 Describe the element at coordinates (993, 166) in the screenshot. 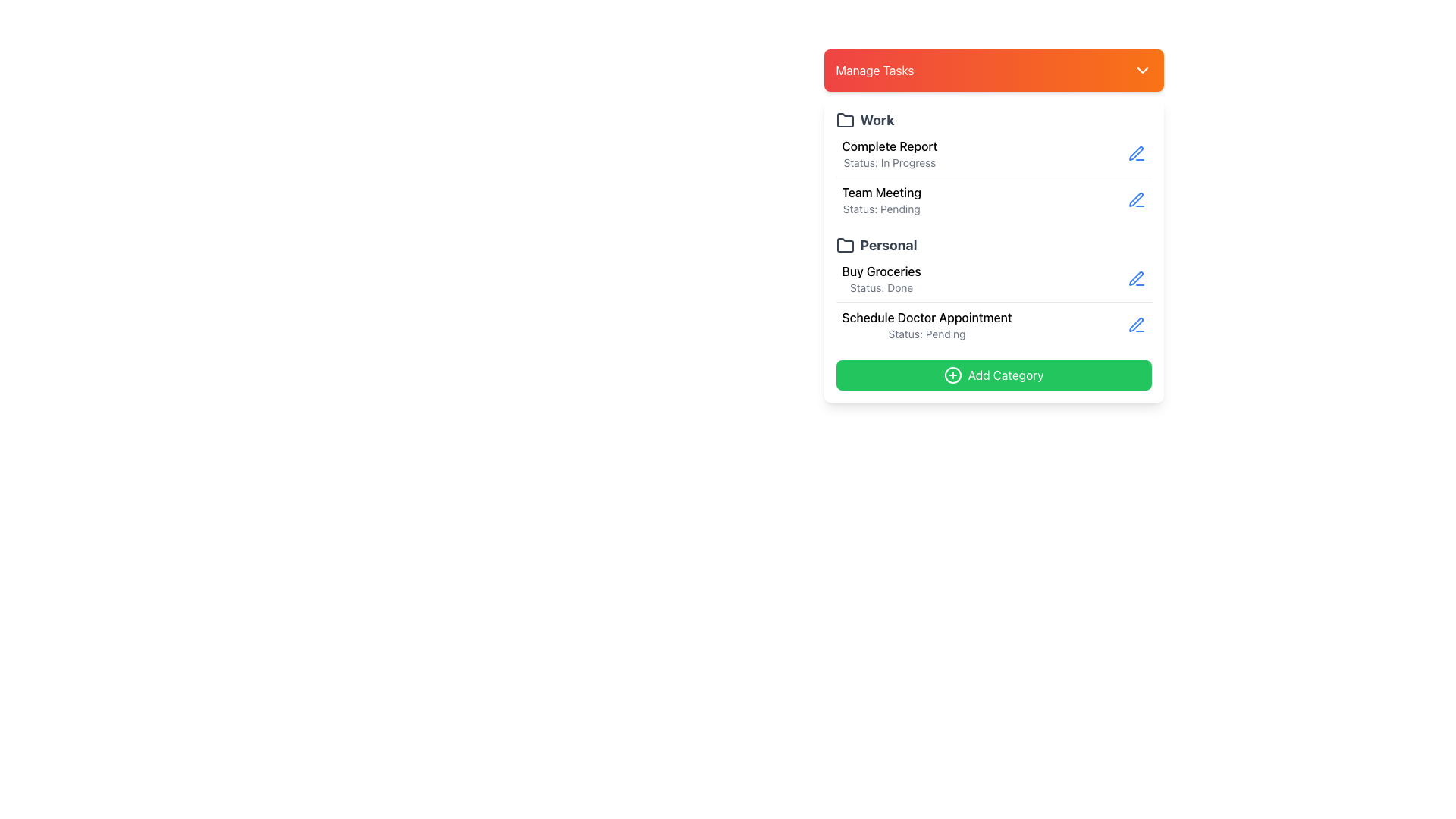

I see `the list of categorized tasks under the 'Work' section in the 'Manage Tasks' panel` at that location.